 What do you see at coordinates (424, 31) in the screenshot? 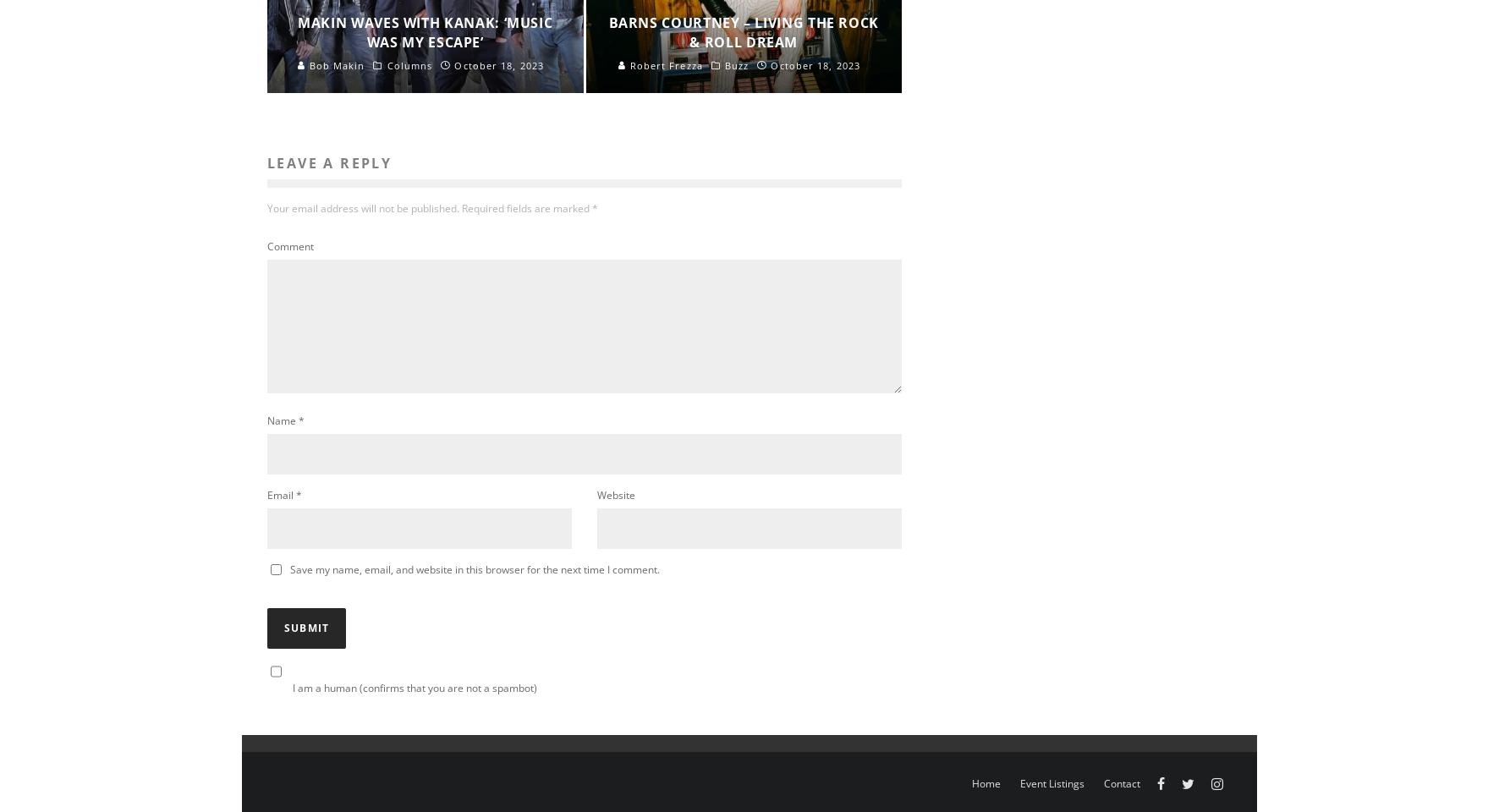
I see `'Makin Waves with Kanak: ‘Music Was My Escape’'` at bounding box center [424, 31].